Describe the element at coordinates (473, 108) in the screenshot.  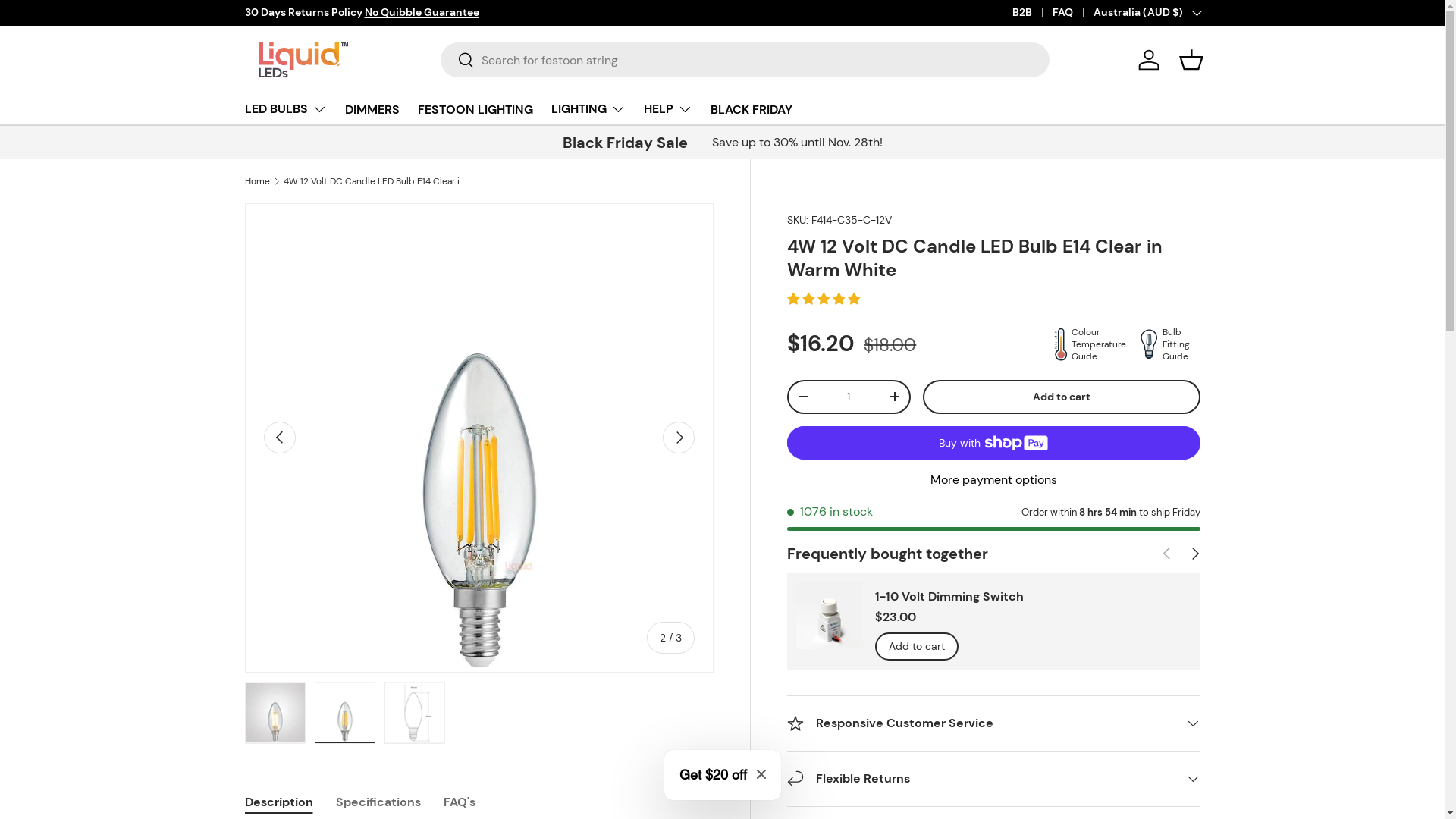
I see `'FESTOON LIGHTING'` at that location.